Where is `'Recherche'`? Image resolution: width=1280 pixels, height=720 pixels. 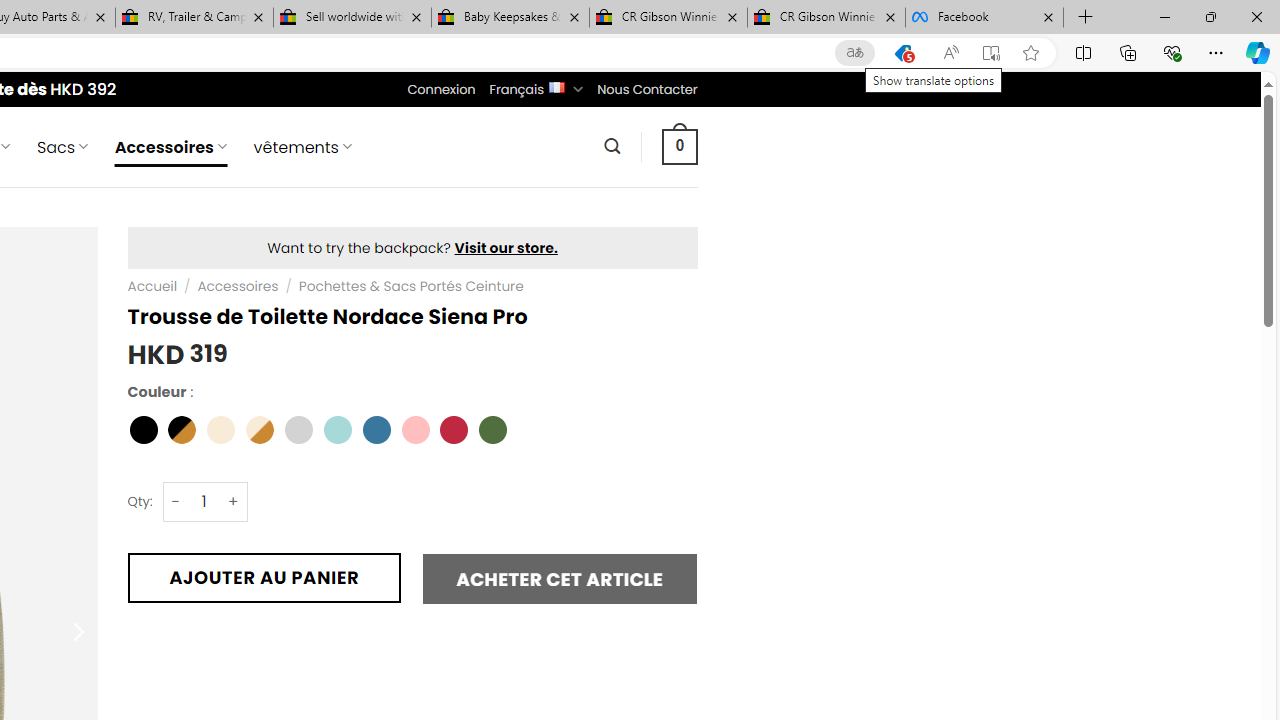 'Recherche' is located at coordinates (611, 145).